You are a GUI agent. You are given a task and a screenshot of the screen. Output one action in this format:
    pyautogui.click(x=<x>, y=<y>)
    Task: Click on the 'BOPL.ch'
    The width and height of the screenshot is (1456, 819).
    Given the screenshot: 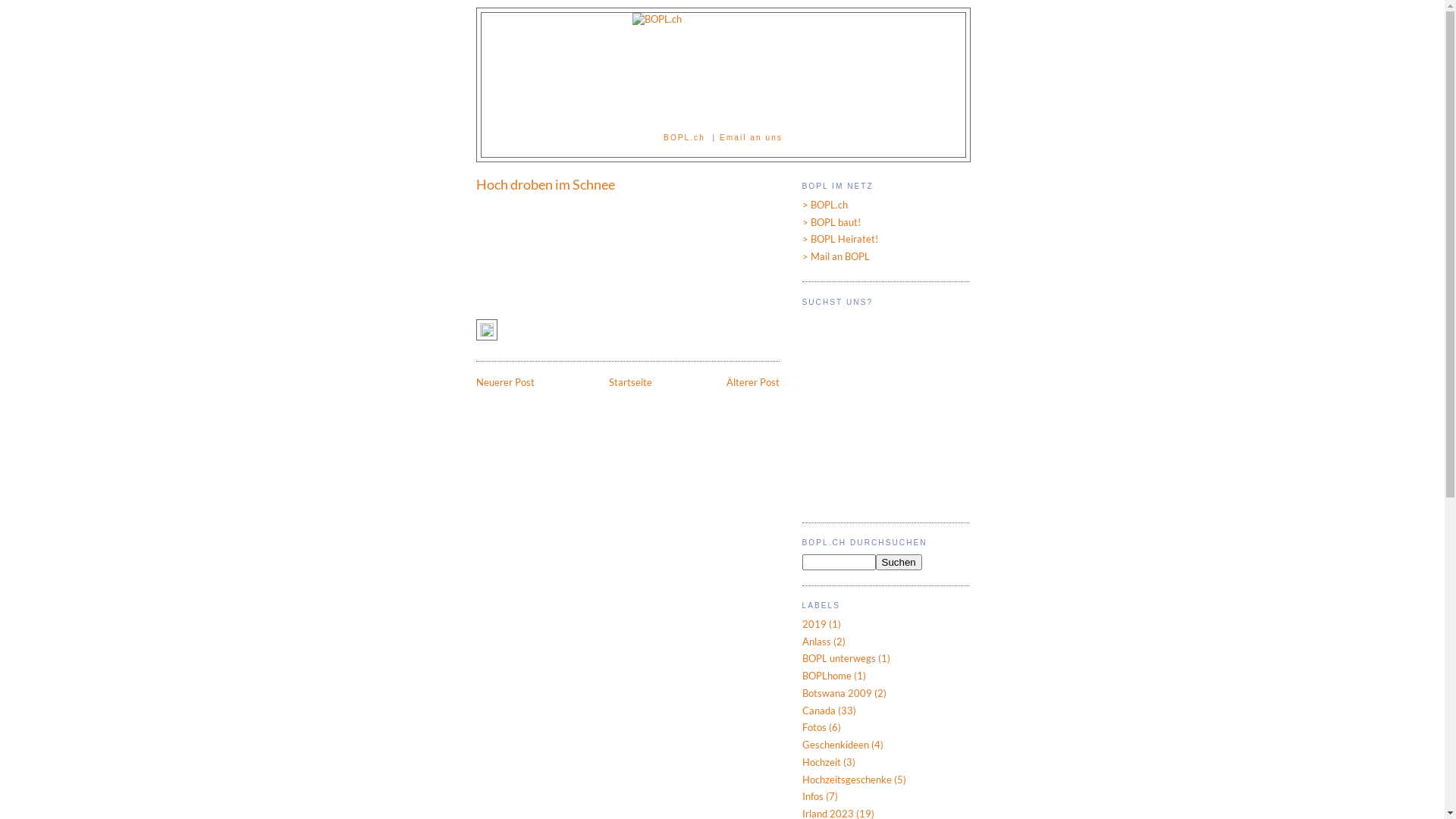 What is the action you would take?
    pyautogui.click(x=683, y=137)
    